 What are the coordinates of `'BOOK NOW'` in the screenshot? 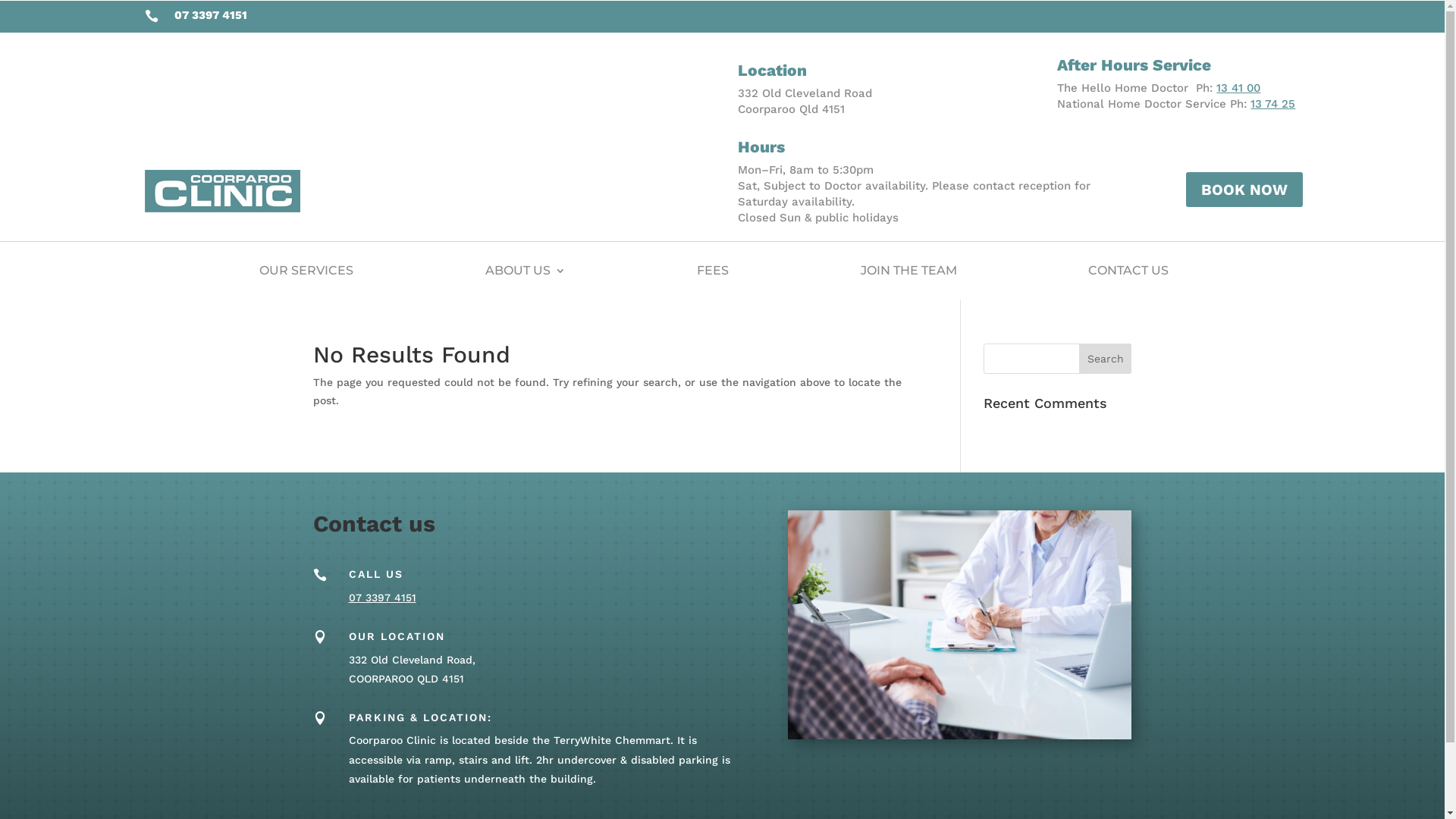 It's located at (1244, 189).